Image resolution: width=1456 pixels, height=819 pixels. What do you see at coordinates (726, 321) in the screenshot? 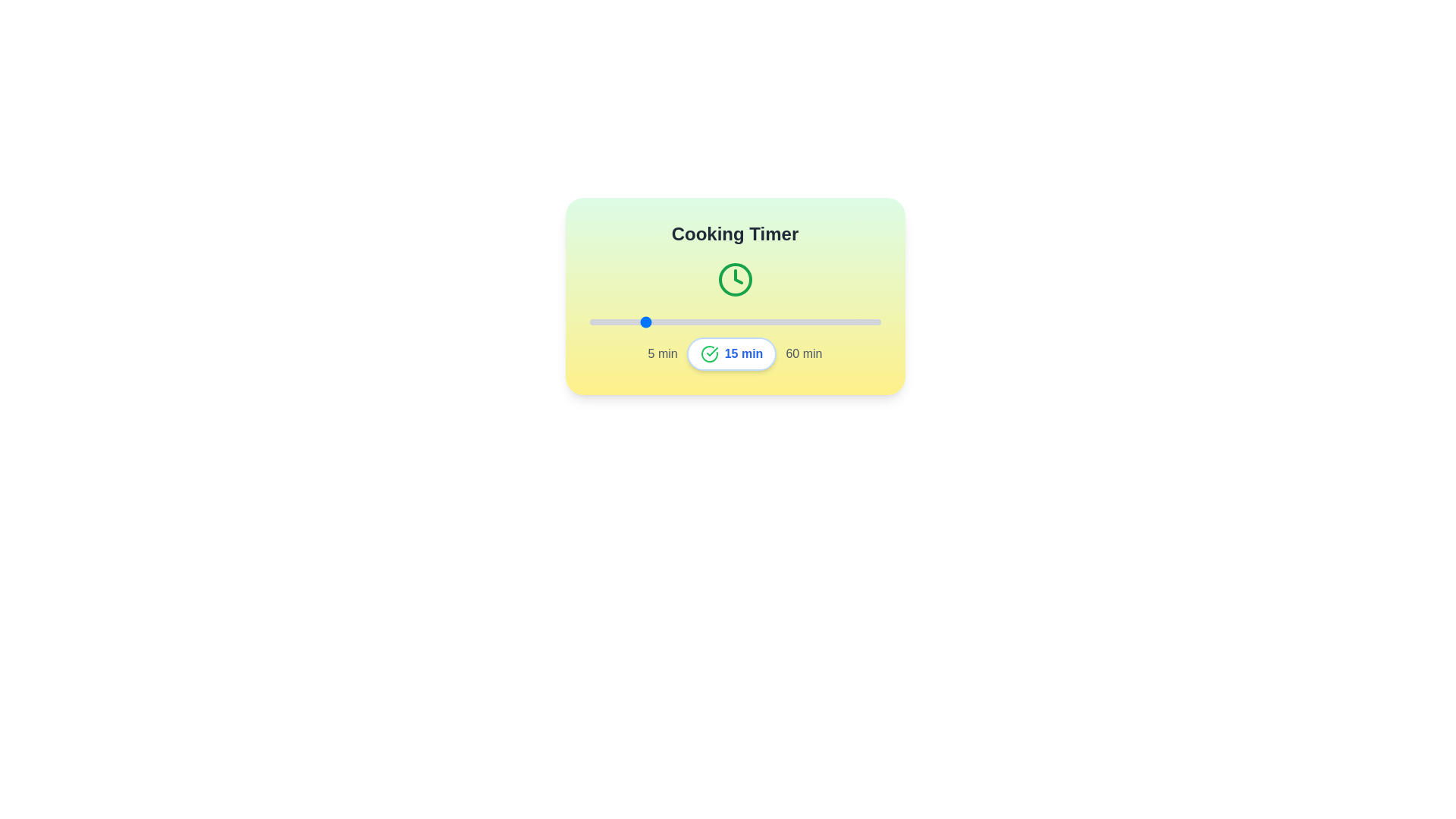
I see `cooking timer` at bounding box center [726, 321].